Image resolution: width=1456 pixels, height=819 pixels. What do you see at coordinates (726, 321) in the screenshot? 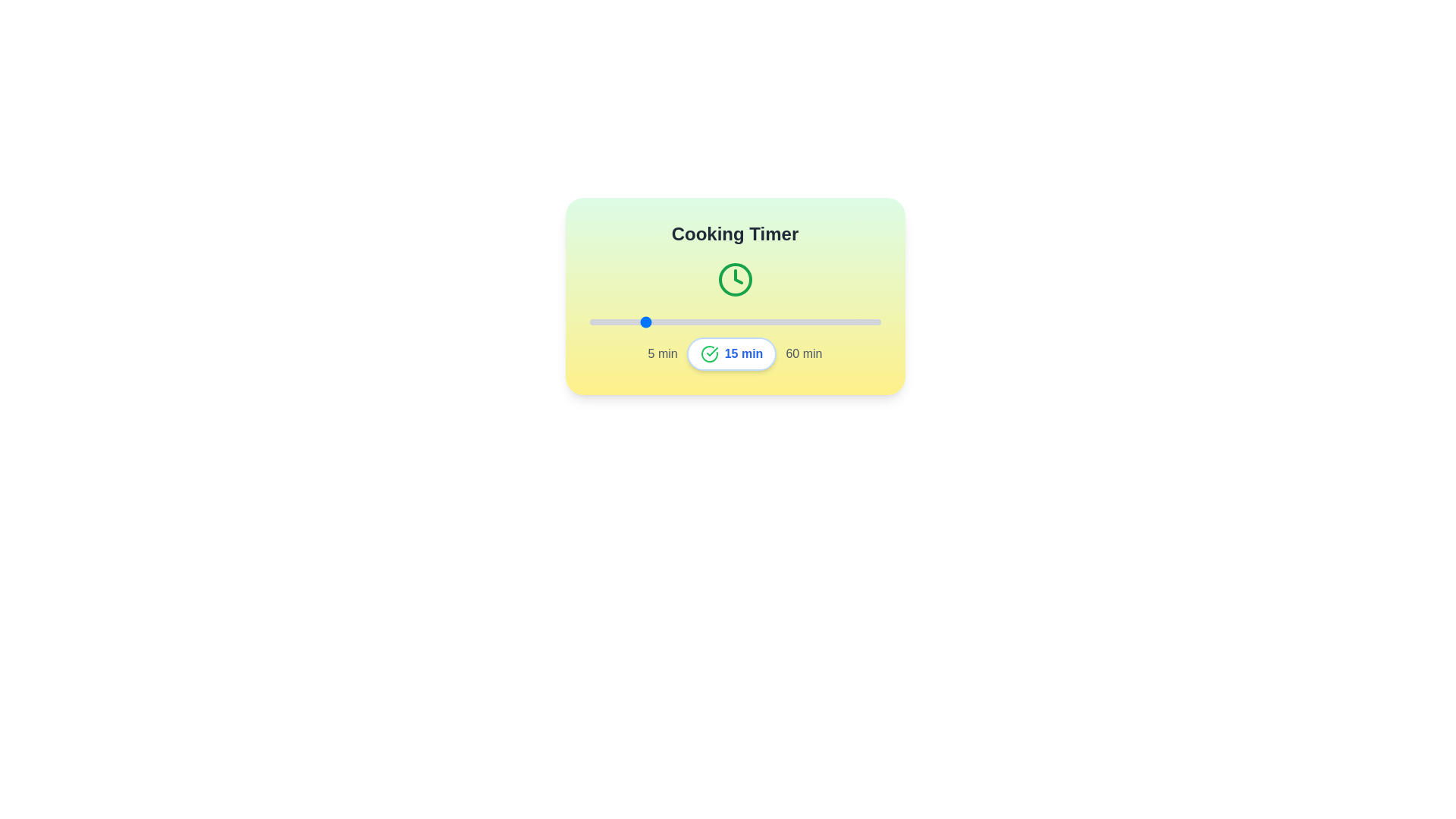
I see `cooking timer` at bounding box center [726, 321].